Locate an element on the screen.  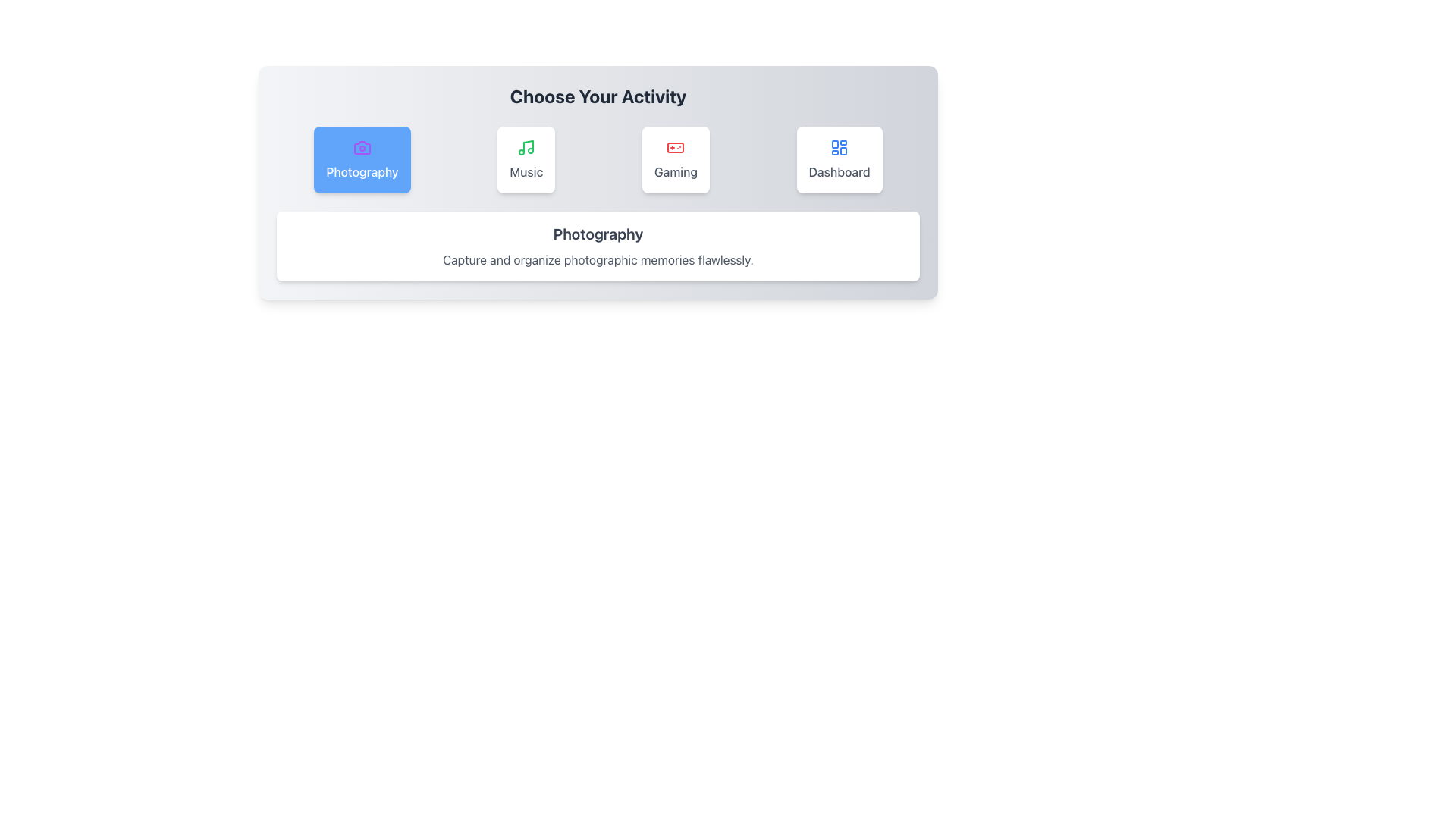
the text label that provides a descriptive title for the 'Gaming' activity option, positioned below the gamepad icon in the card labeled 'Choose Your Activity' is located at coordinates (675, 171).